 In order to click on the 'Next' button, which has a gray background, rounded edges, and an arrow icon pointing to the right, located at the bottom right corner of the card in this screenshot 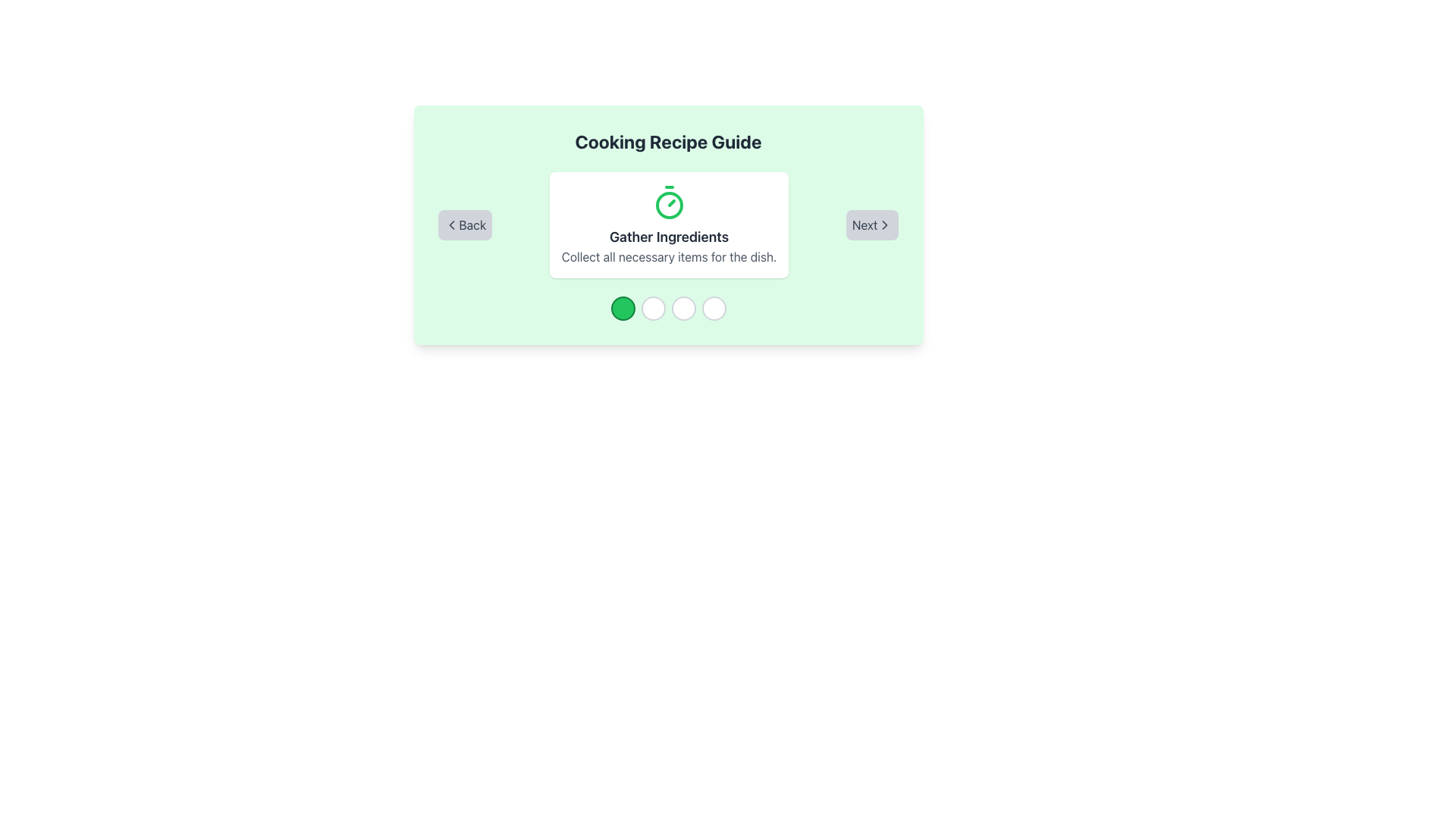, I will do `click(872, 225)`.